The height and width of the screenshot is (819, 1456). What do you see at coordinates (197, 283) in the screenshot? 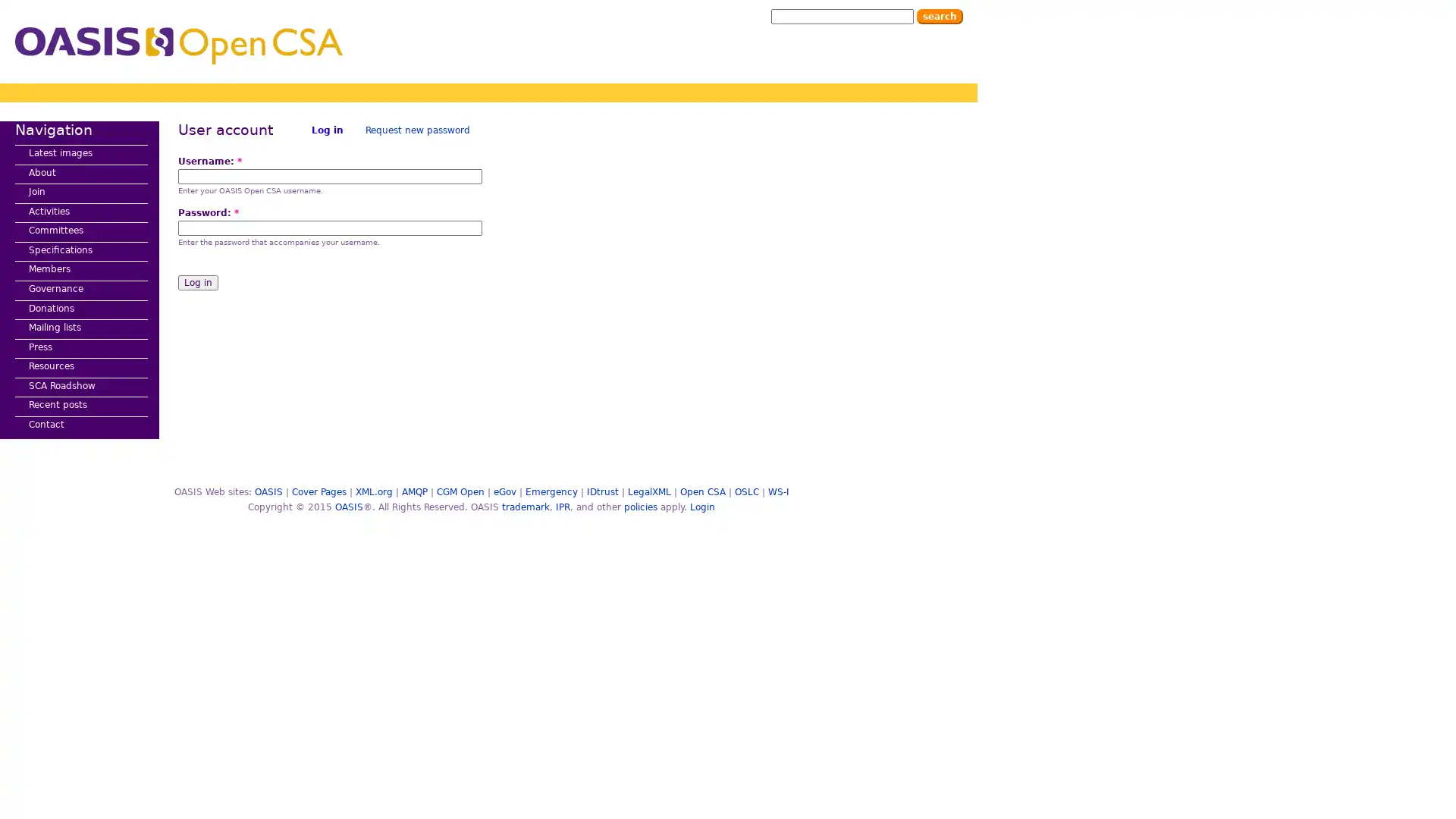
I see `Log in` at bounding box center [197, 283].